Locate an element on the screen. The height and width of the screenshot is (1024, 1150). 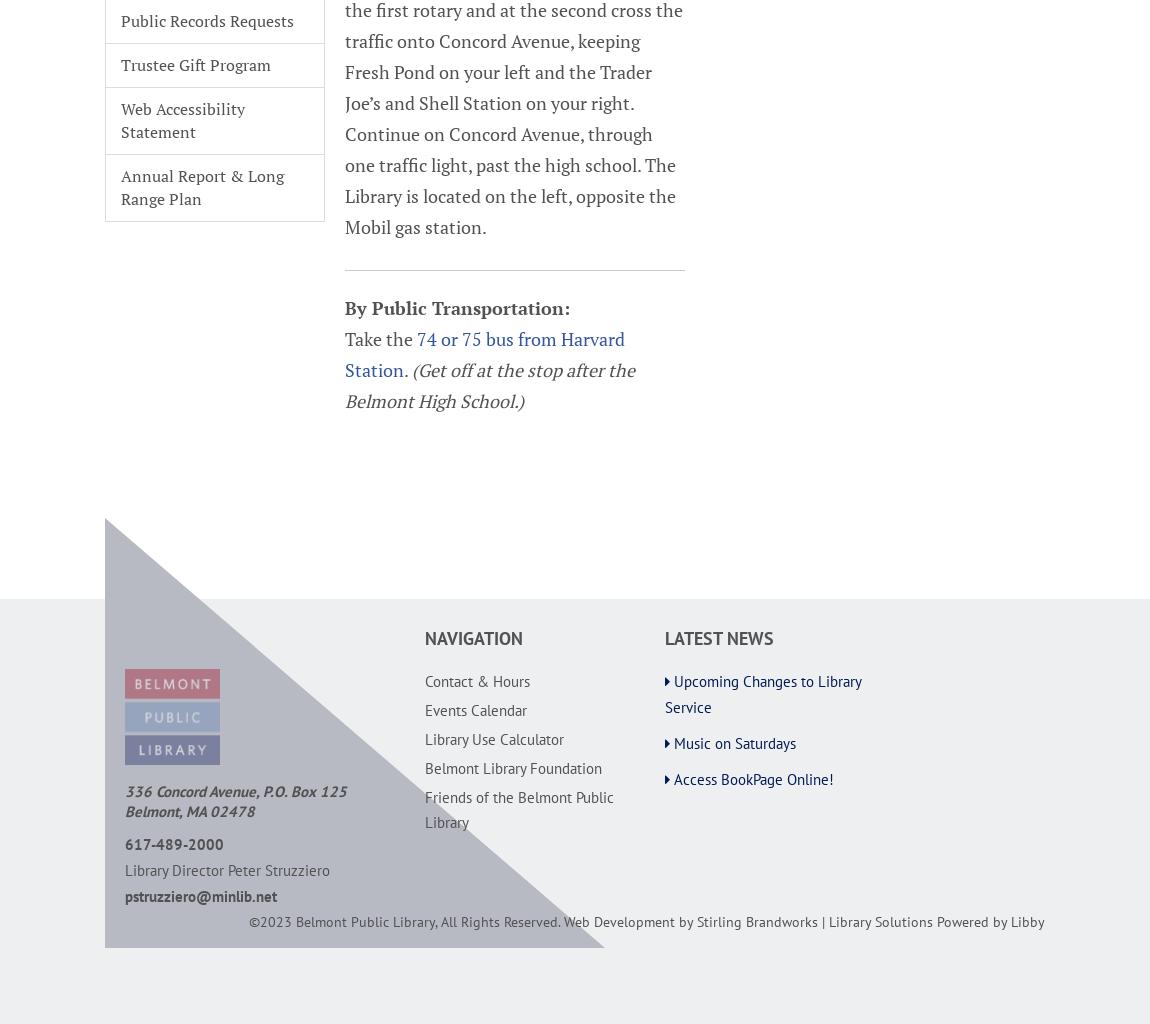
'Access BookPage Online!' is located at coordinates (667, 778).